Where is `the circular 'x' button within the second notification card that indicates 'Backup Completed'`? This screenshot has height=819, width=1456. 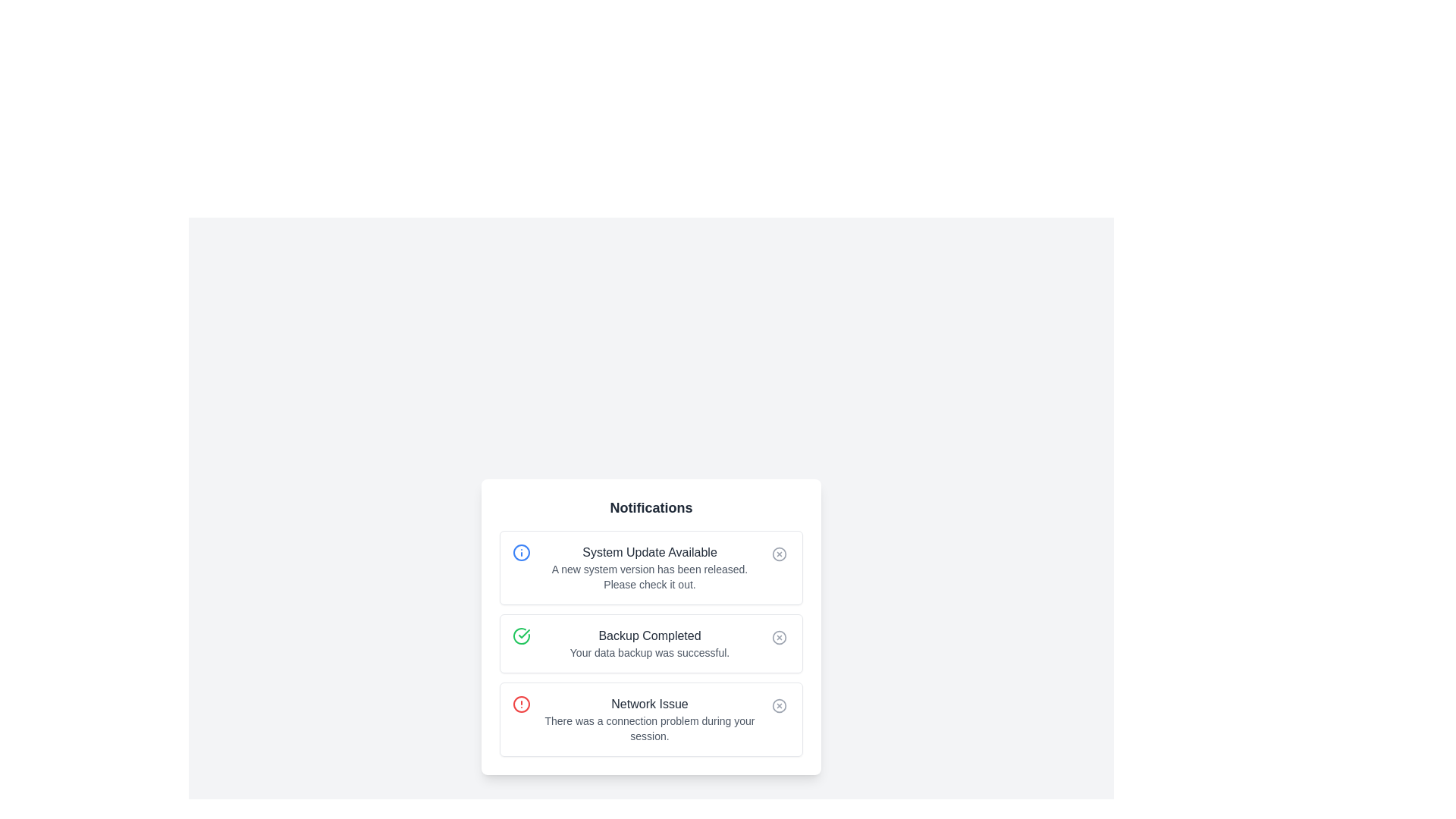 the circular 'x' button within the second notification card that indicates 'Backup Completed' is located at coordinates (779, 637).